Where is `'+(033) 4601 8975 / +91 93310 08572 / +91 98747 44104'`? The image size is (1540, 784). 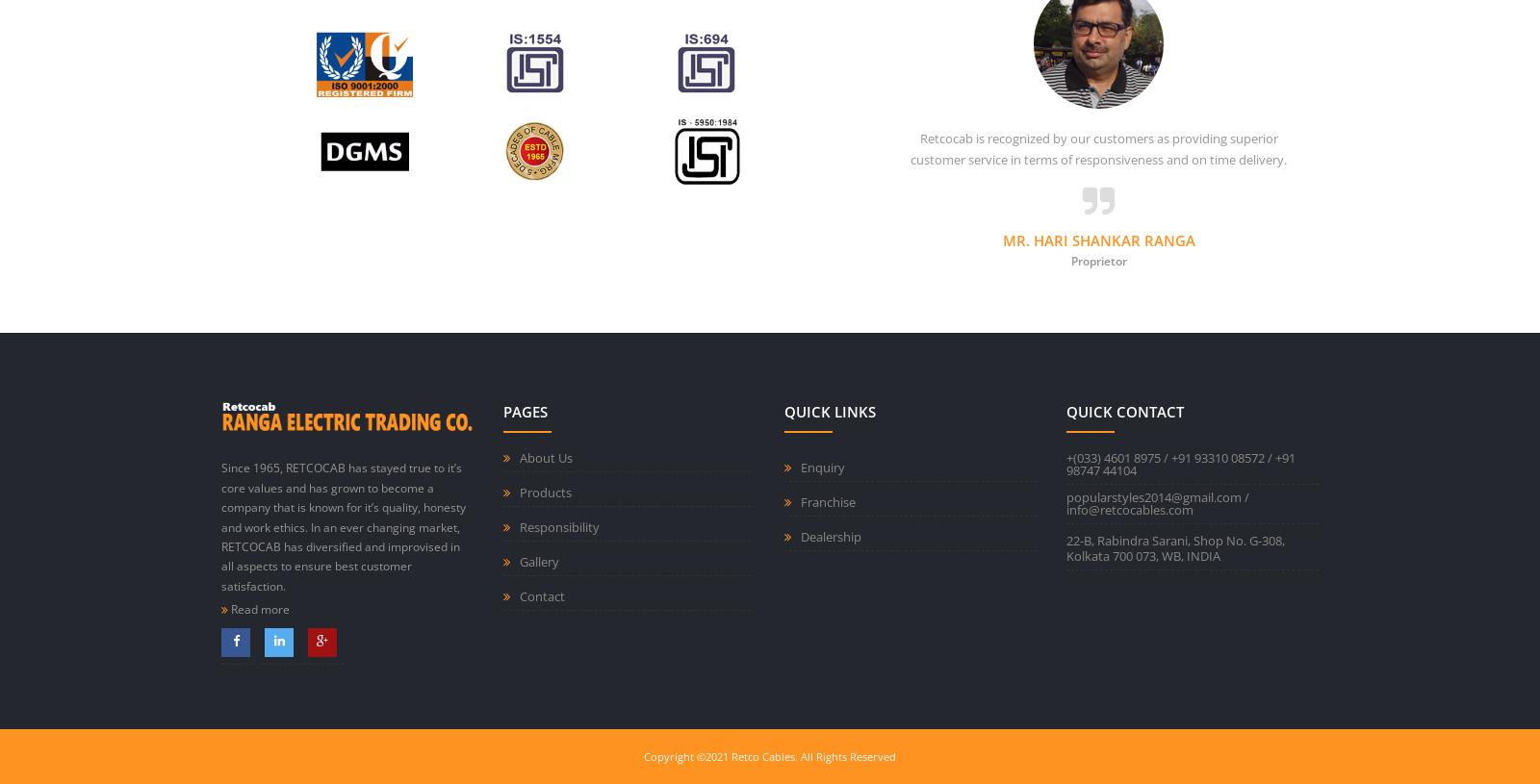
'+(033) 4601 8975 / +91 93310 08572 / +91 98747 44104' is located at coordinates (1178, 464).